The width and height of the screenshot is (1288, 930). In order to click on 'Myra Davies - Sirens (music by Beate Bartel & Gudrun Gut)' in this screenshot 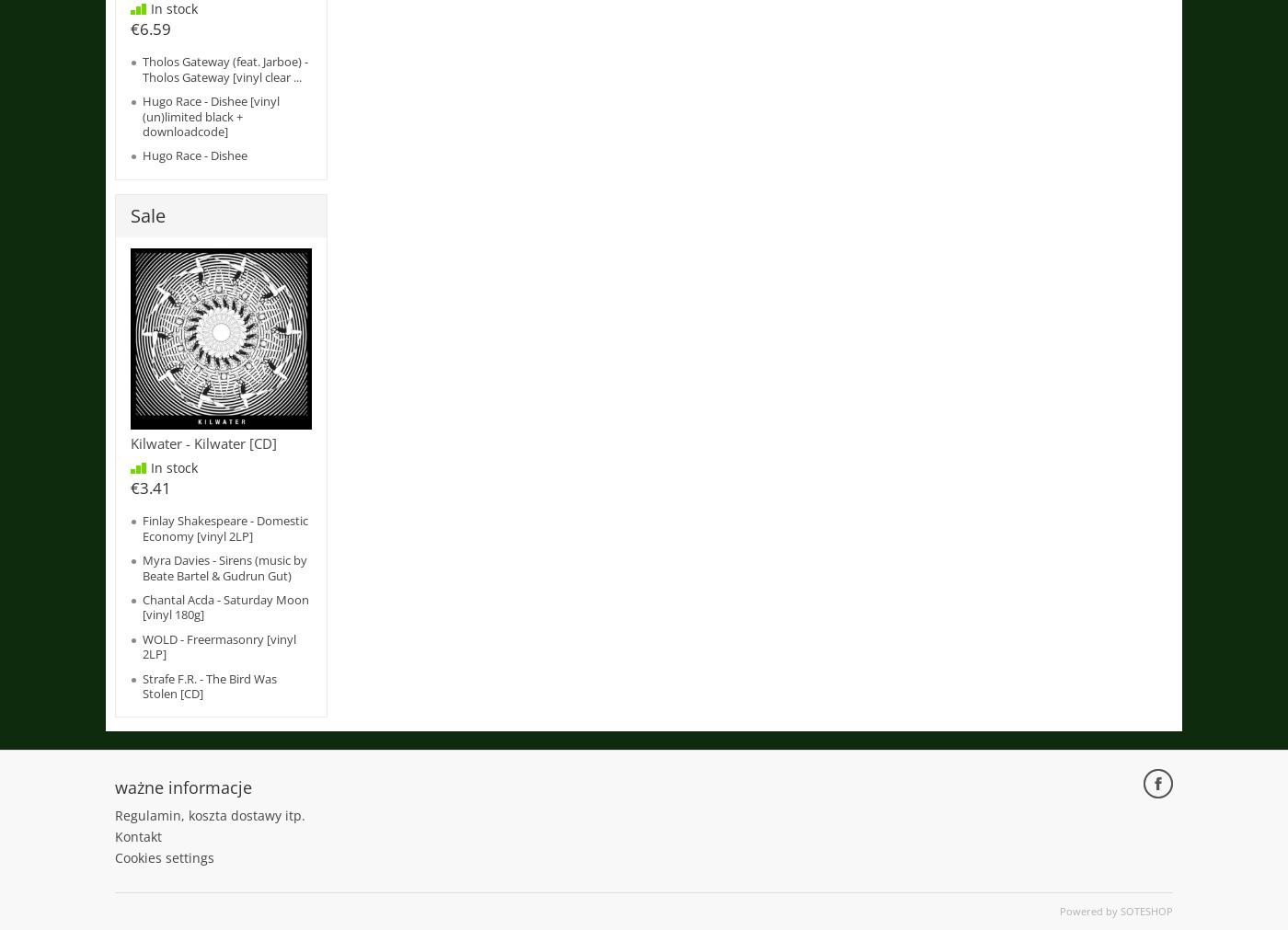, I will do `click(142, 568)`.